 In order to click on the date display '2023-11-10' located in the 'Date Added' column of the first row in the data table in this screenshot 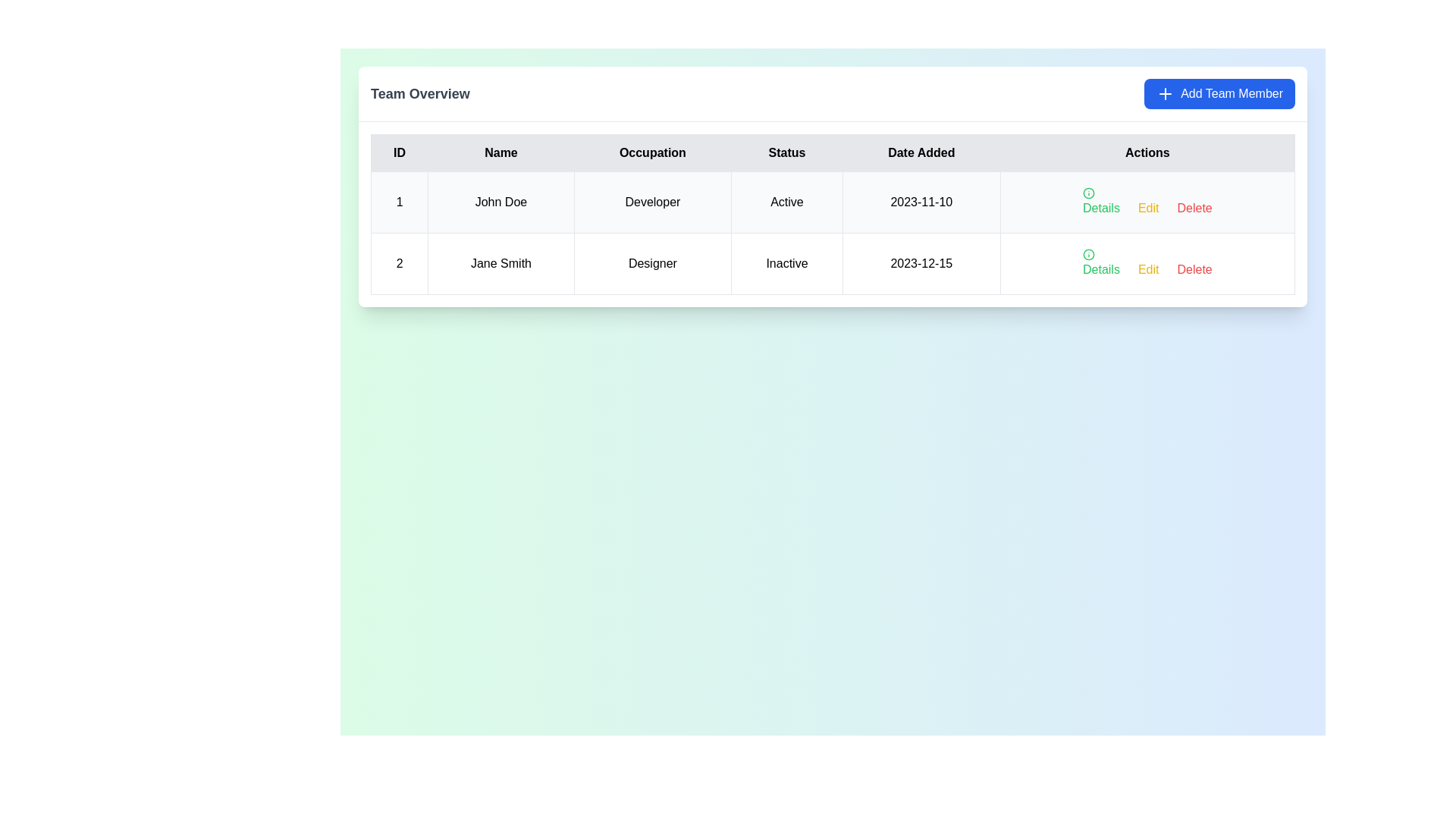, I will do `click(921, 201)`.